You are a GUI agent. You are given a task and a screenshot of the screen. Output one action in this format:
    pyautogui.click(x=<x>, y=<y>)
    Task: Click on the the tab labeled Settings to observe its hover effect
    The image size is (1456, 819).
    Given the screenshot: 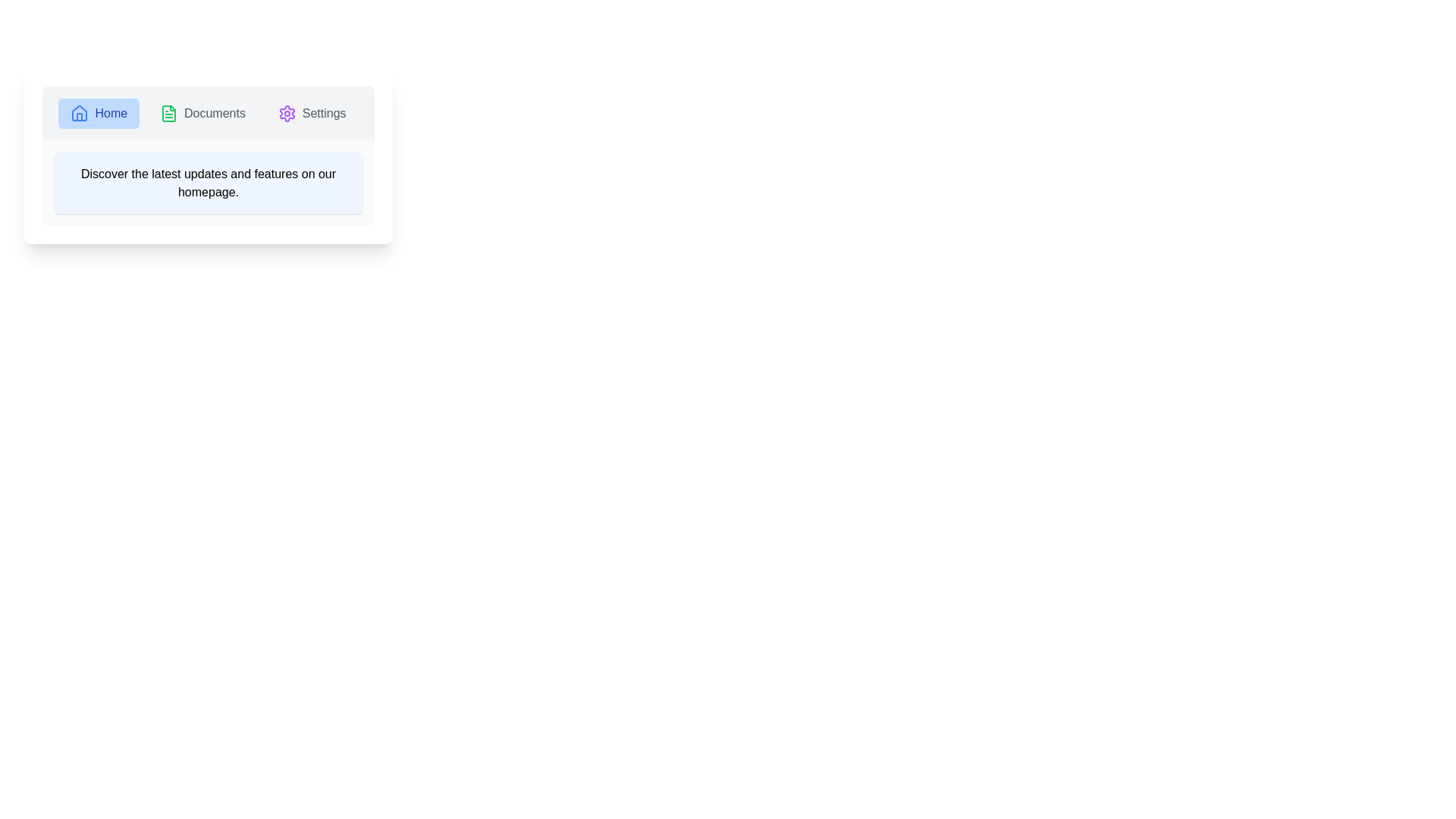 What is the action you would take?
    pyautogui.click(x=311, y=113)
    